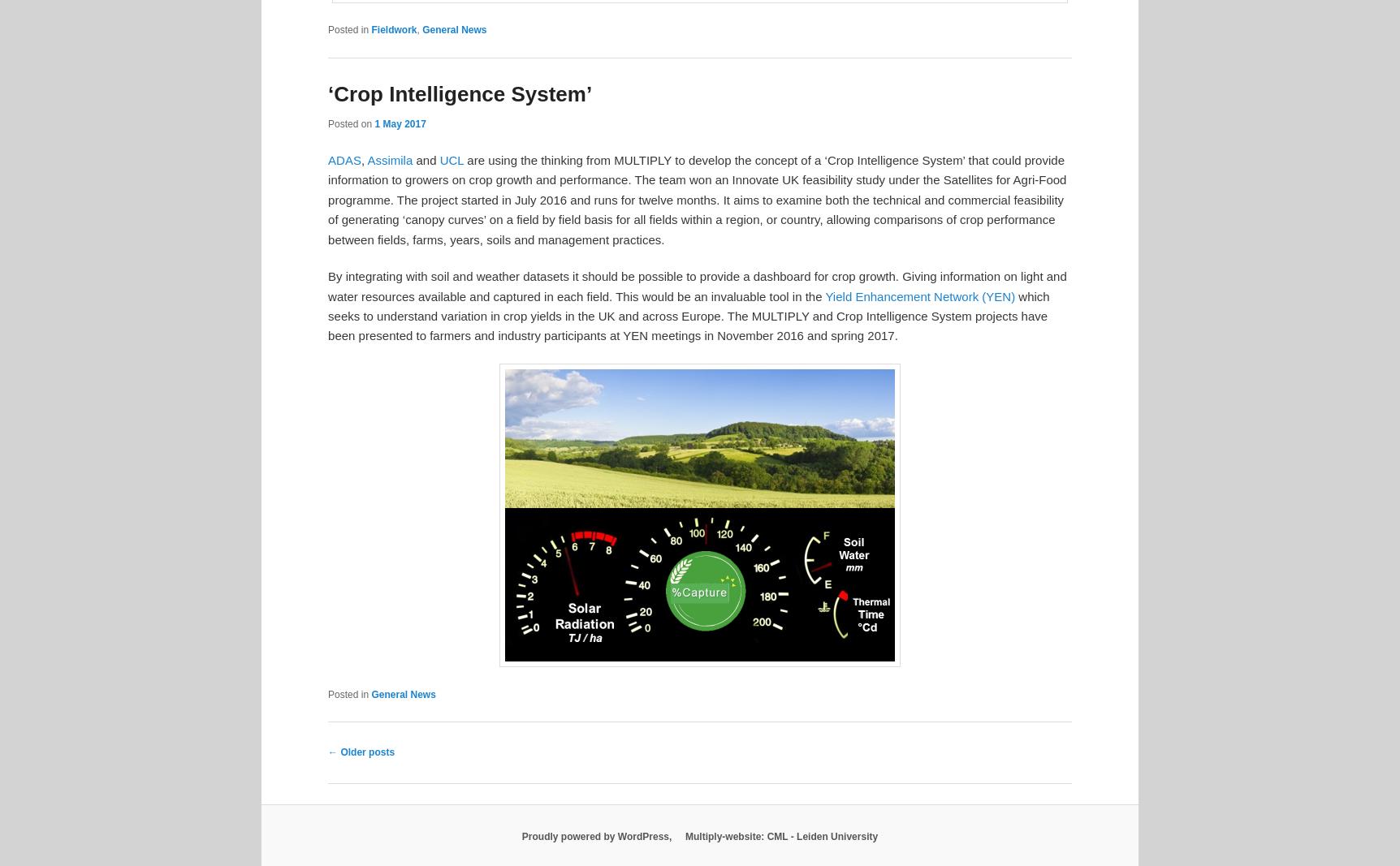 The image size is (1400, 866). I want to click on 'Posted on', so click(351, 123).